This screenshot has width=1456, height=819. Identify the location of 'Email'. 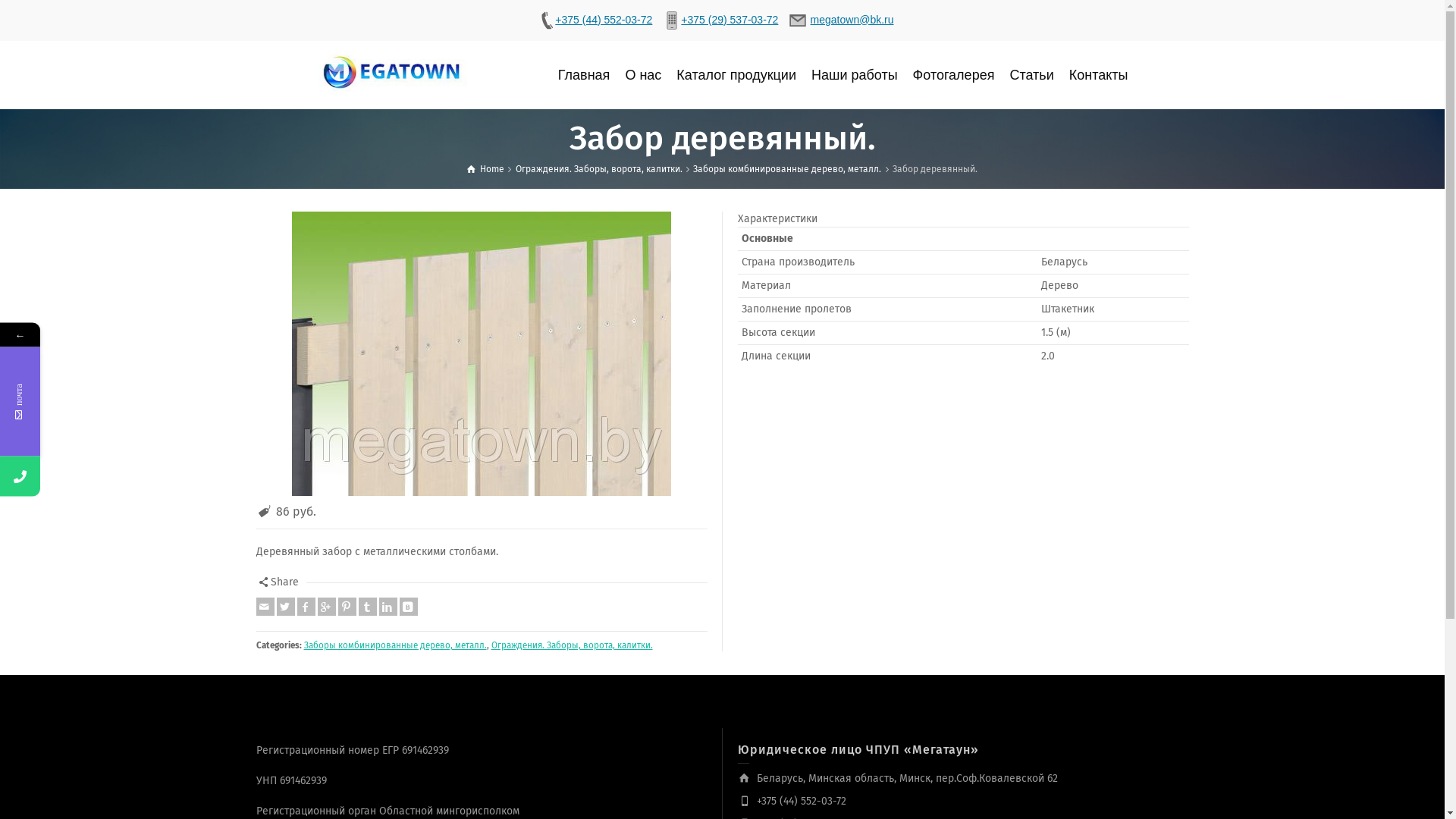
(265, 605).